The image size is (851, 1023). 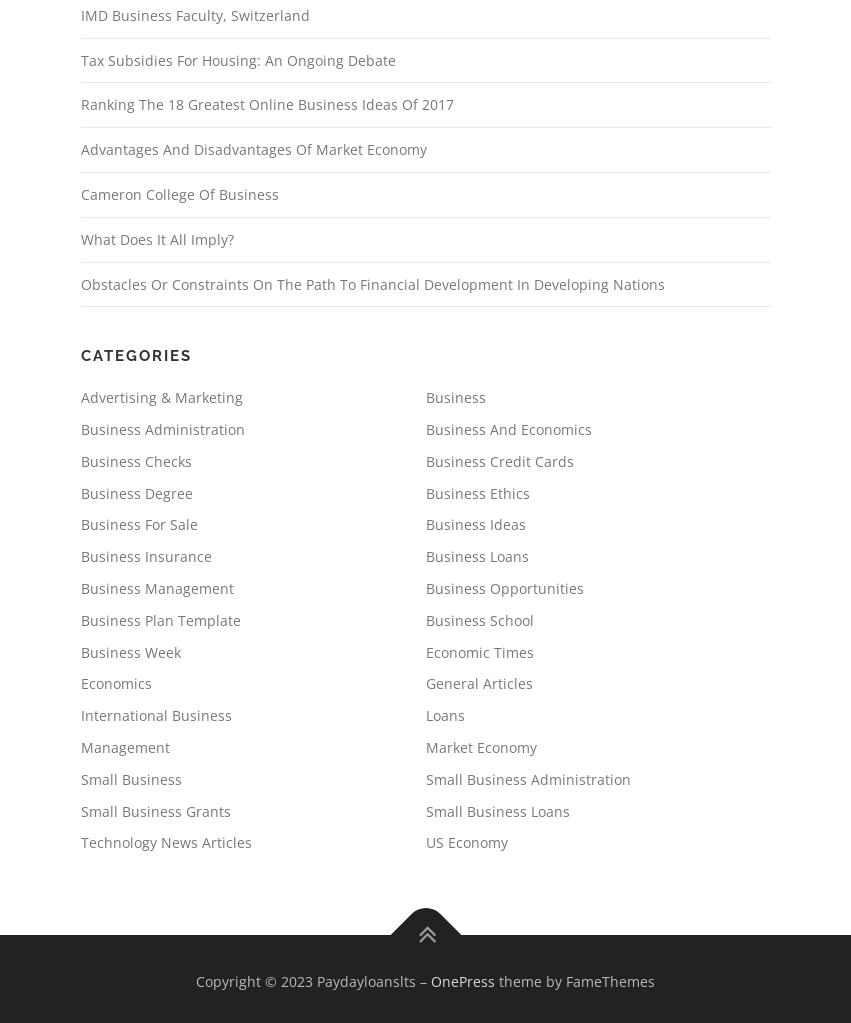 I want to click on 'Small Business Loans', so click(x=495, y=810).